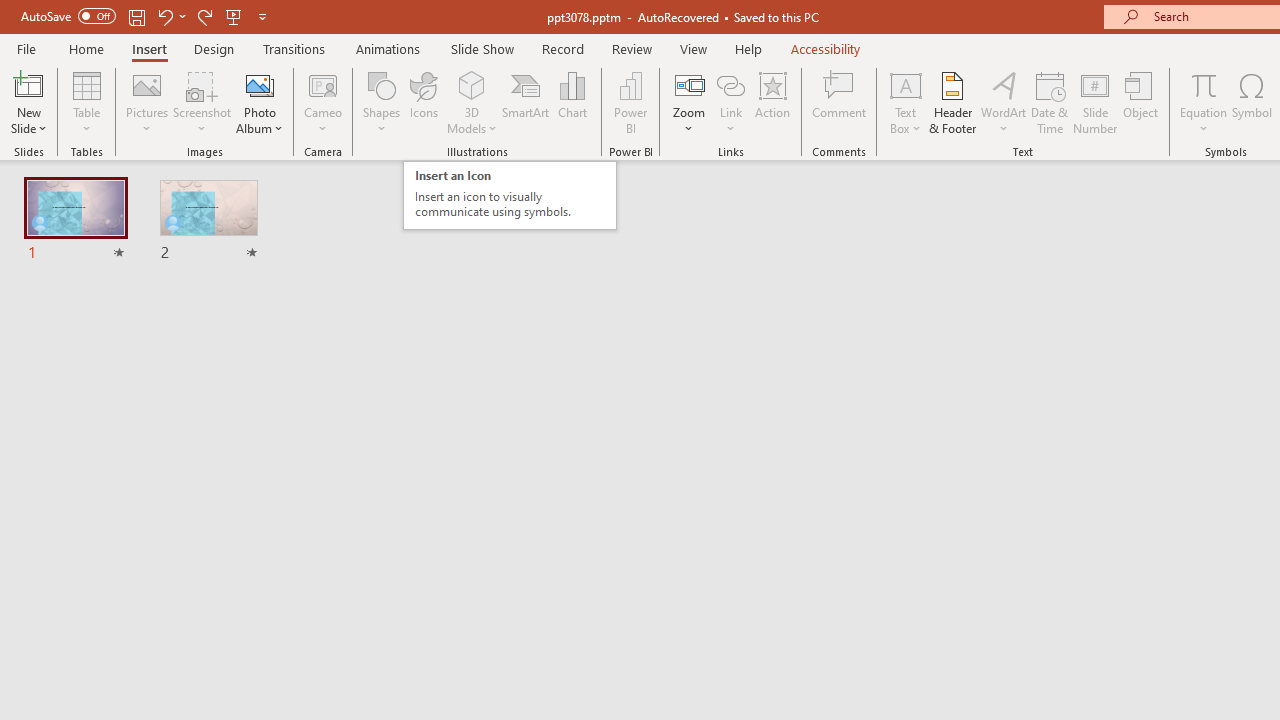  I want to click on 'Action', so click(772, 103).